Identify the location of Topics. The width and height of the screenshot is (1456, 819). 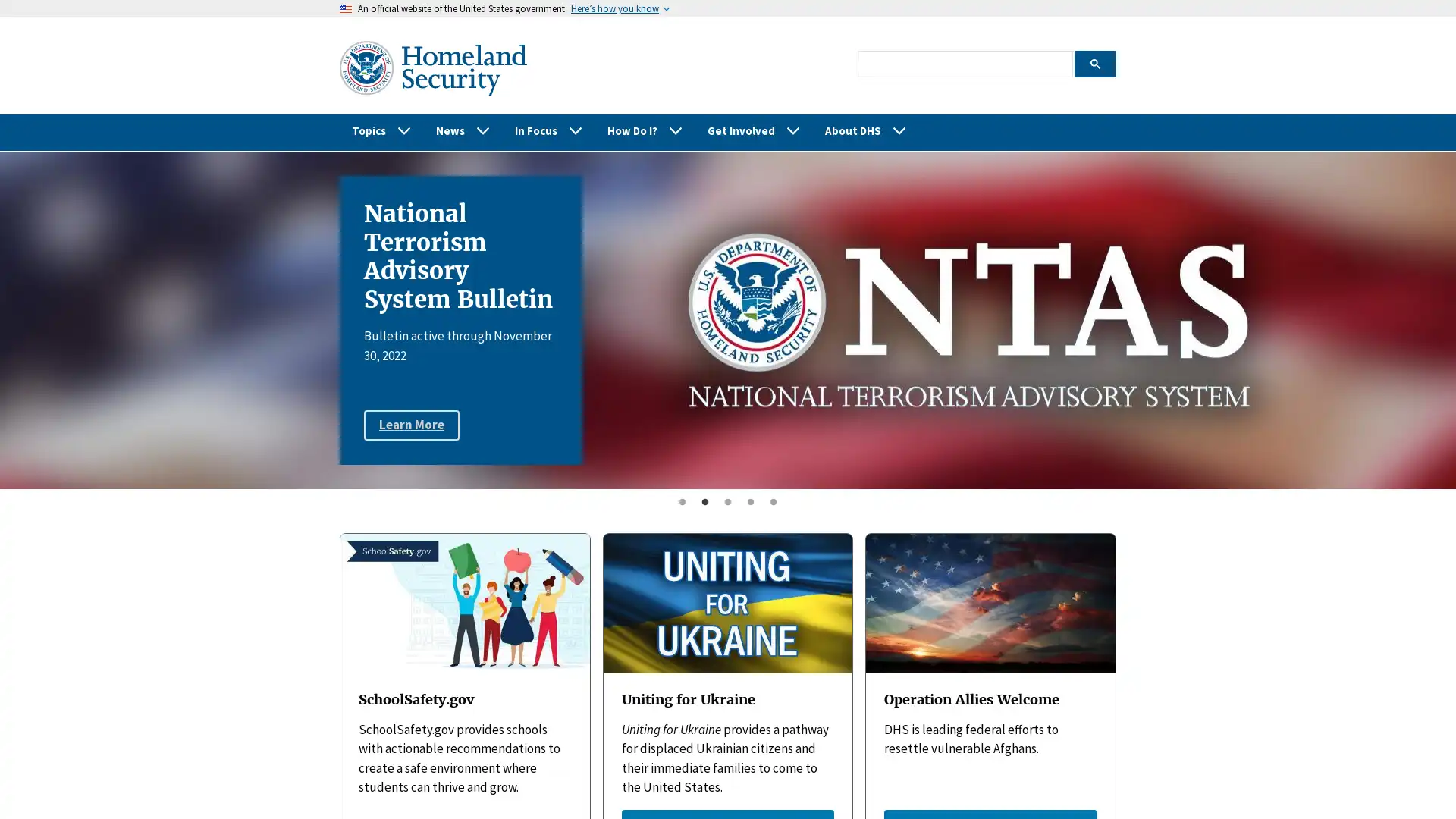
(381, 130).